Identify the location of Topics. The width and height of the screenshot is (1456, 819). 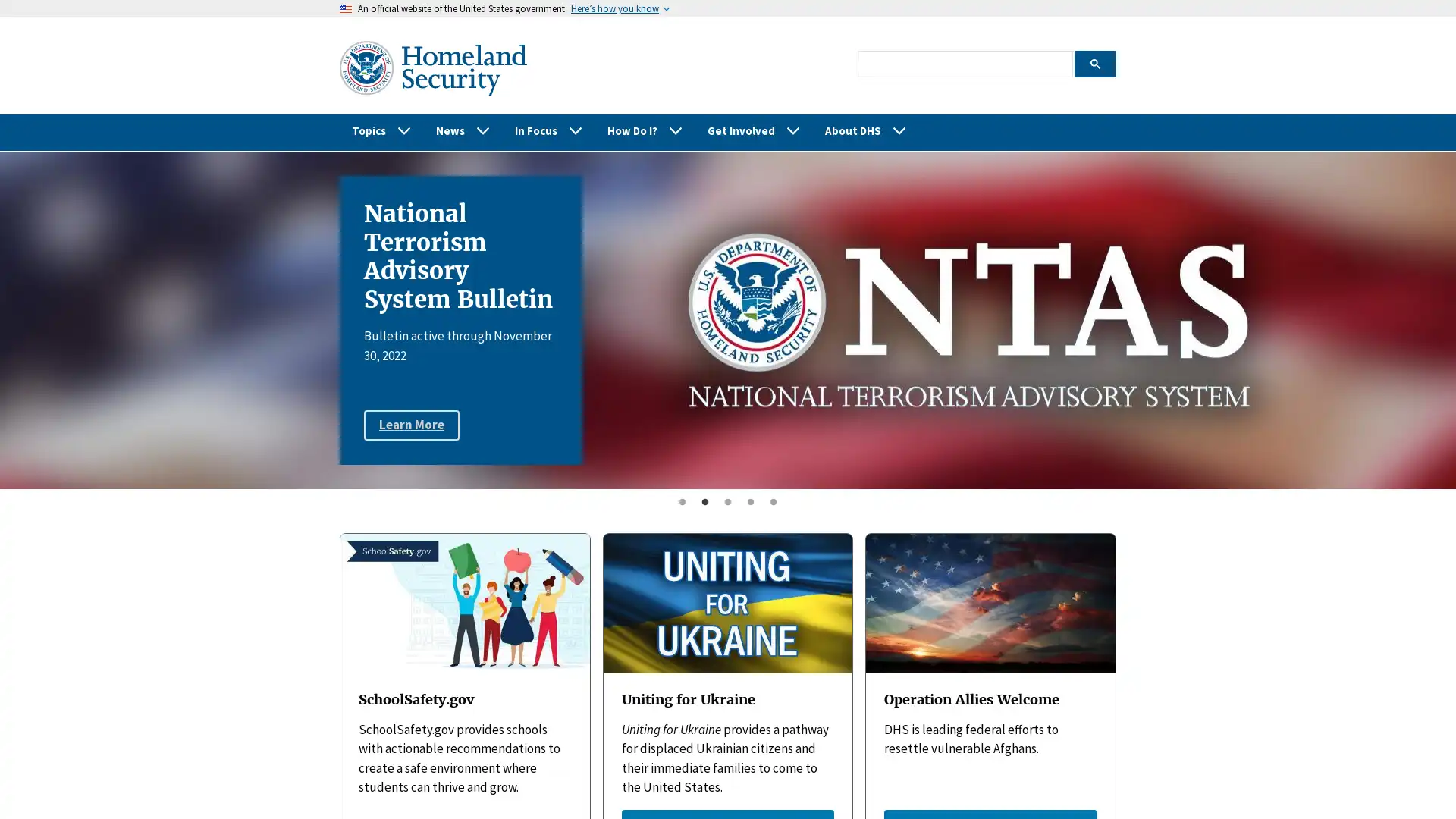
(381, 130).